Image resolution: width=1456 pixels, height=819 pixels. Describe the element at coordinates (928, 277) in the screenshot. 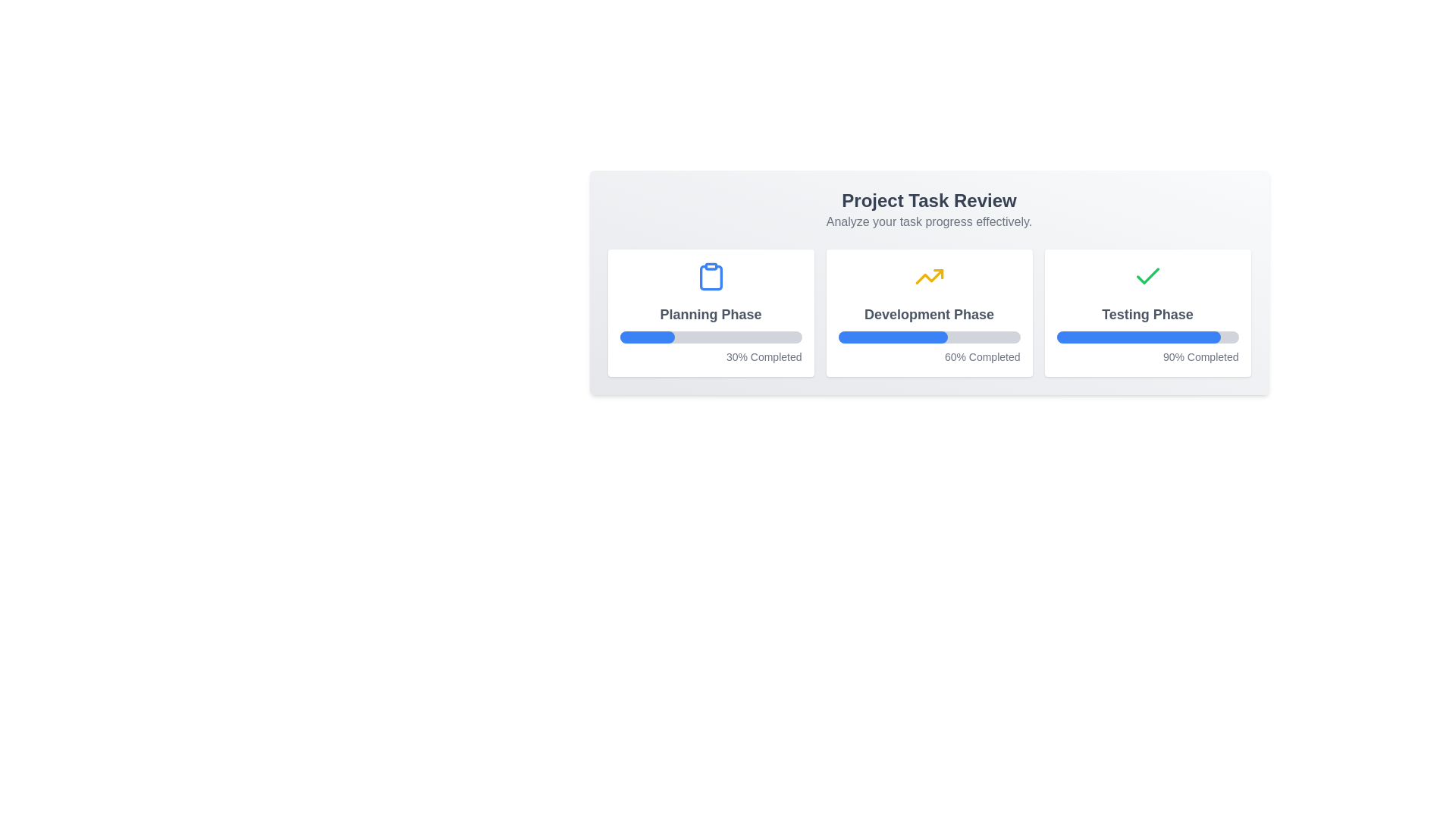

I see `the yellow zigzag arrow icon representing an upward trend located inside the 'Development Phase' card in the interface` at that location.